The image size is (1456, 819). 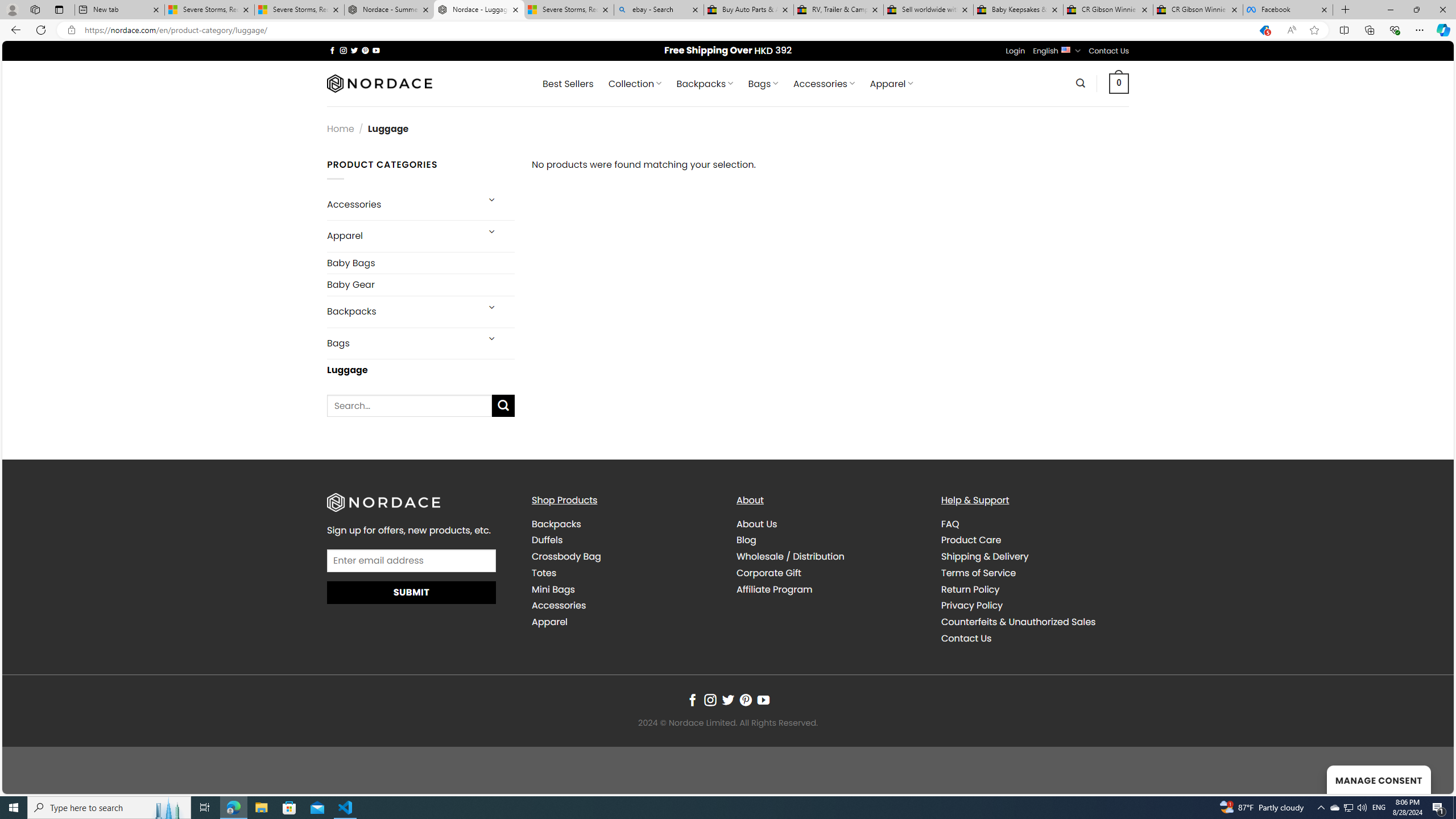 What do you see at coordinates (421, 284) in the screenshot?
I see `'Baby Gear'` at bounding box center [421, 284].